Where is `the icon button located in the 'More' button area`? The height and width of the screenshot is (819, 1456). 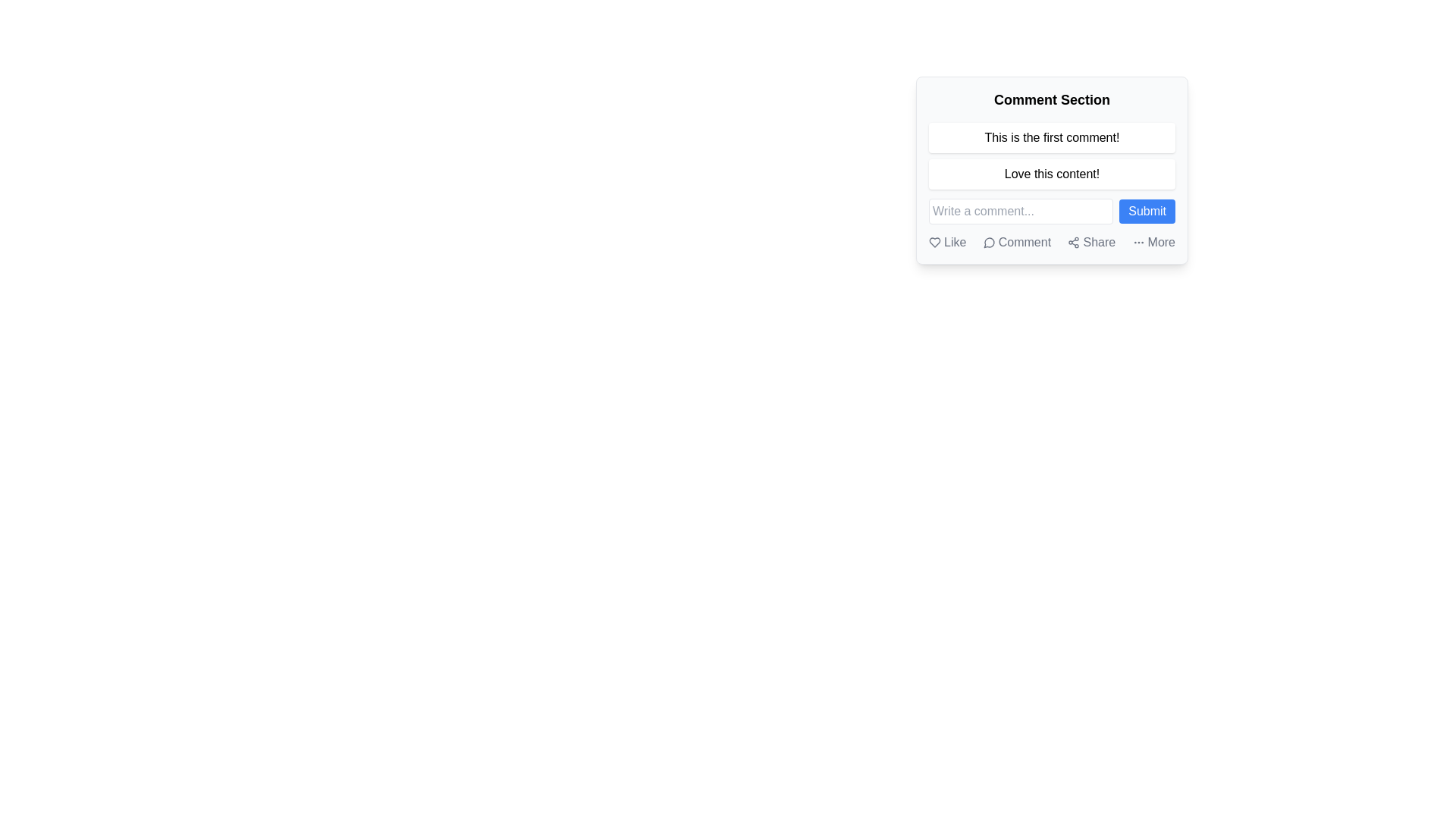
the icon button located in the 'More' button area is located at coordinates (1138, 242).